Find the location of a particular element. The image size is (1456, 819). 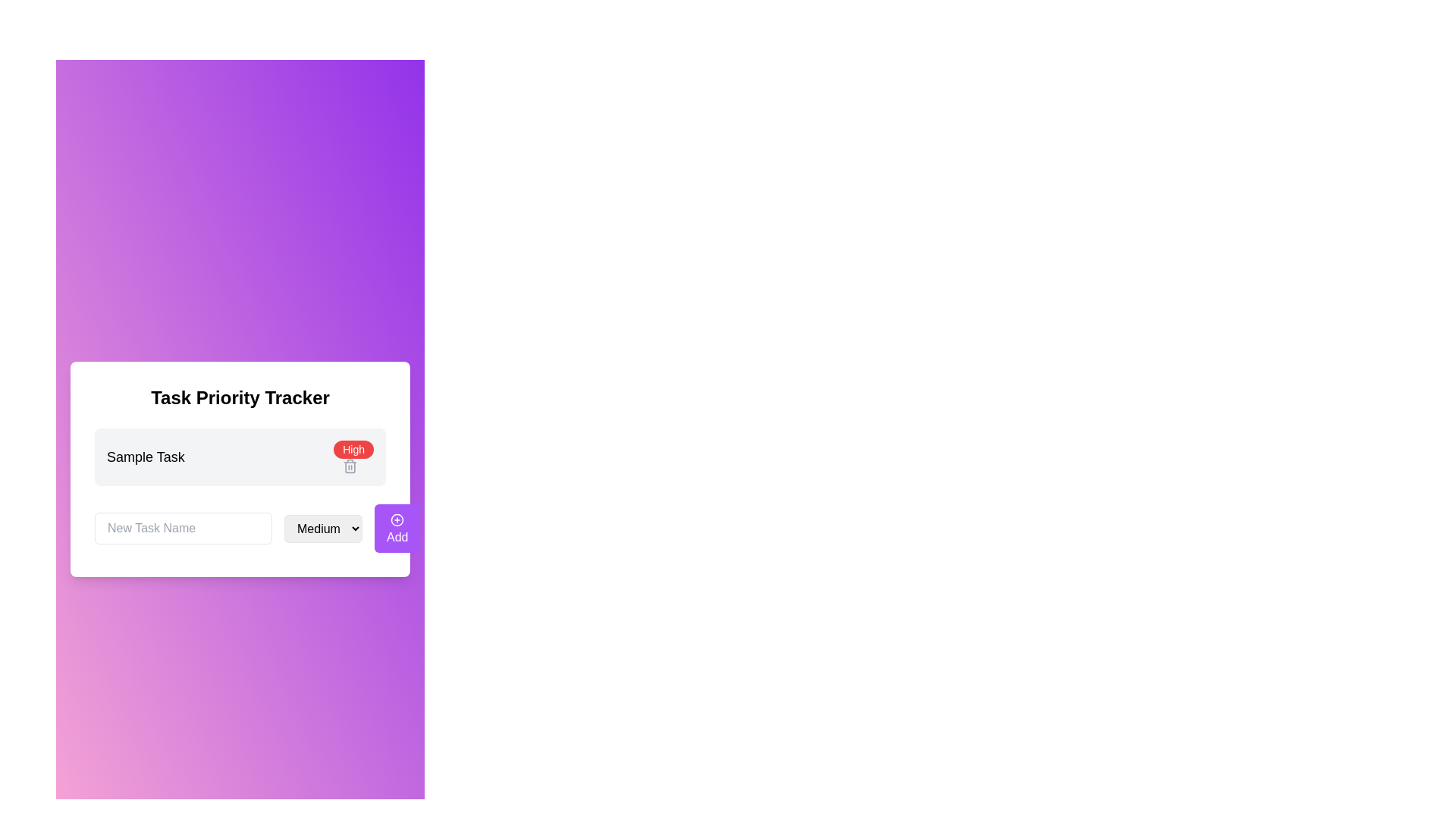

the visual representation of the circular icon with a plus symbol, which is part of the 'Add' button located at the bottom-right section of the interface is located at coordinates (397, 519).